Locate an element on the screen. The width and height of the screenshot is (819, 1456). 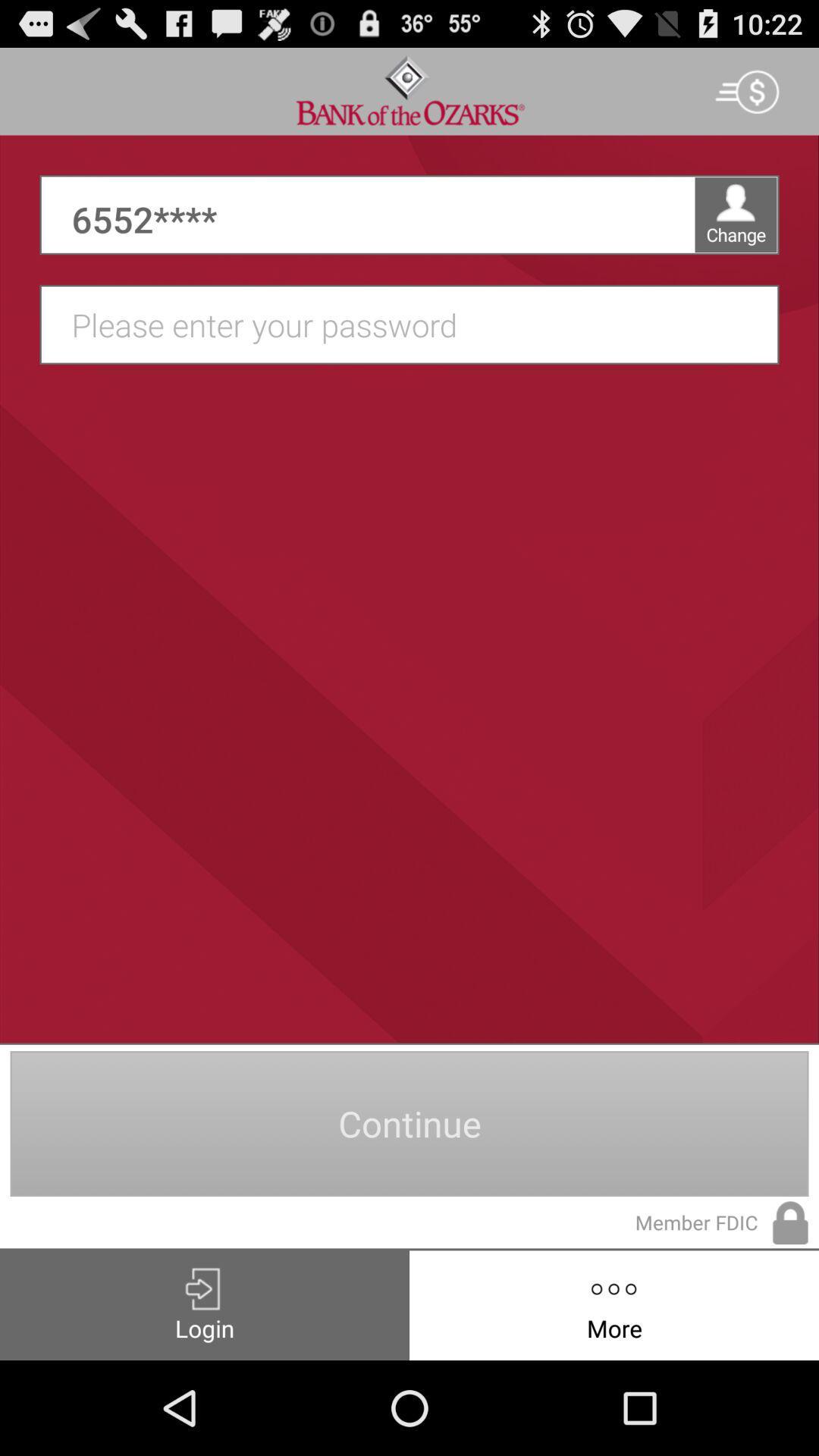
password bar is located at coordinates (417, 324).